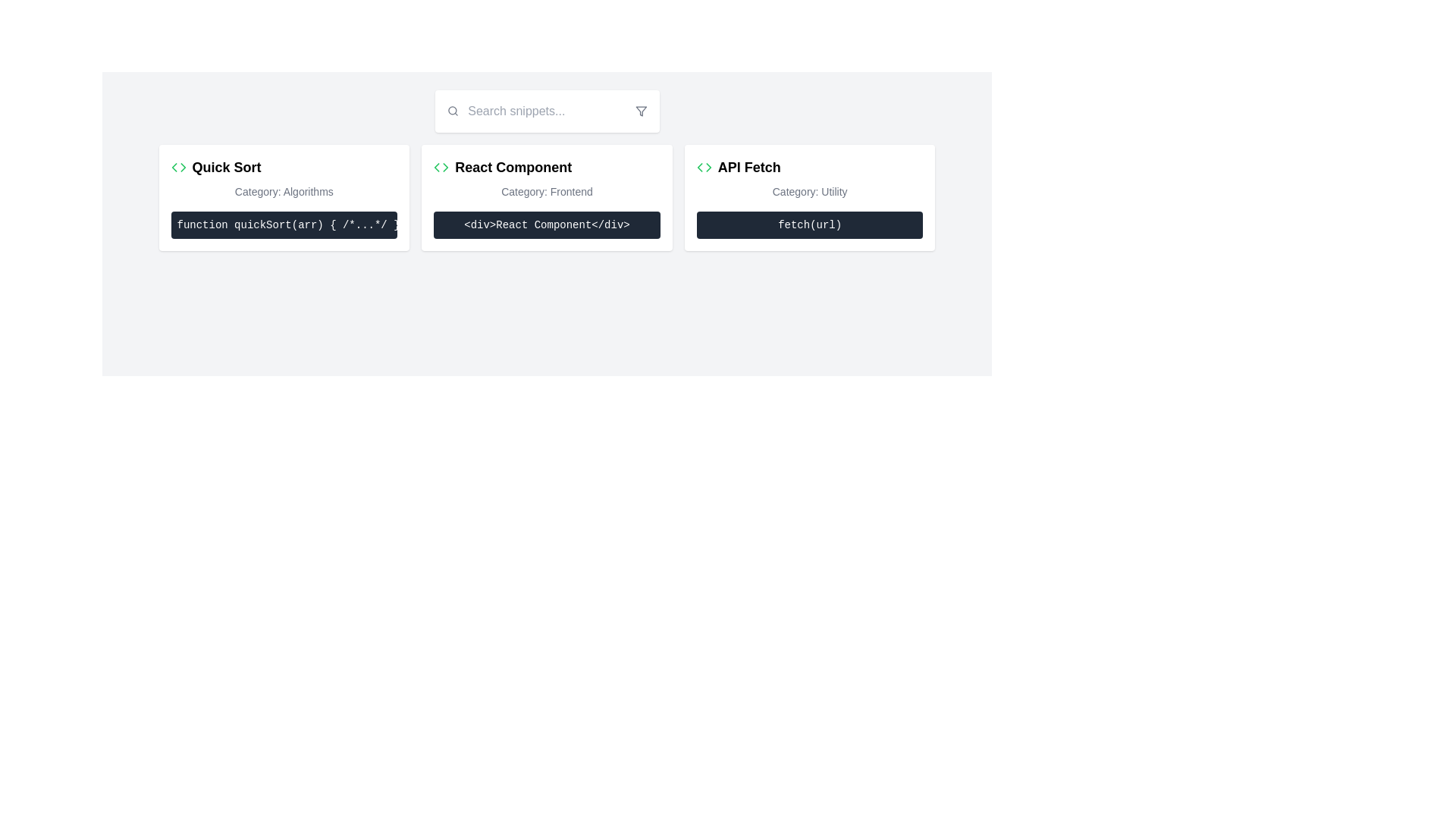  Describe the element at coordinates (451, 110) in the screenshot. I see `the hollow circular SVG element that is part of the search icon located in the center-right section of the interface` at that location.